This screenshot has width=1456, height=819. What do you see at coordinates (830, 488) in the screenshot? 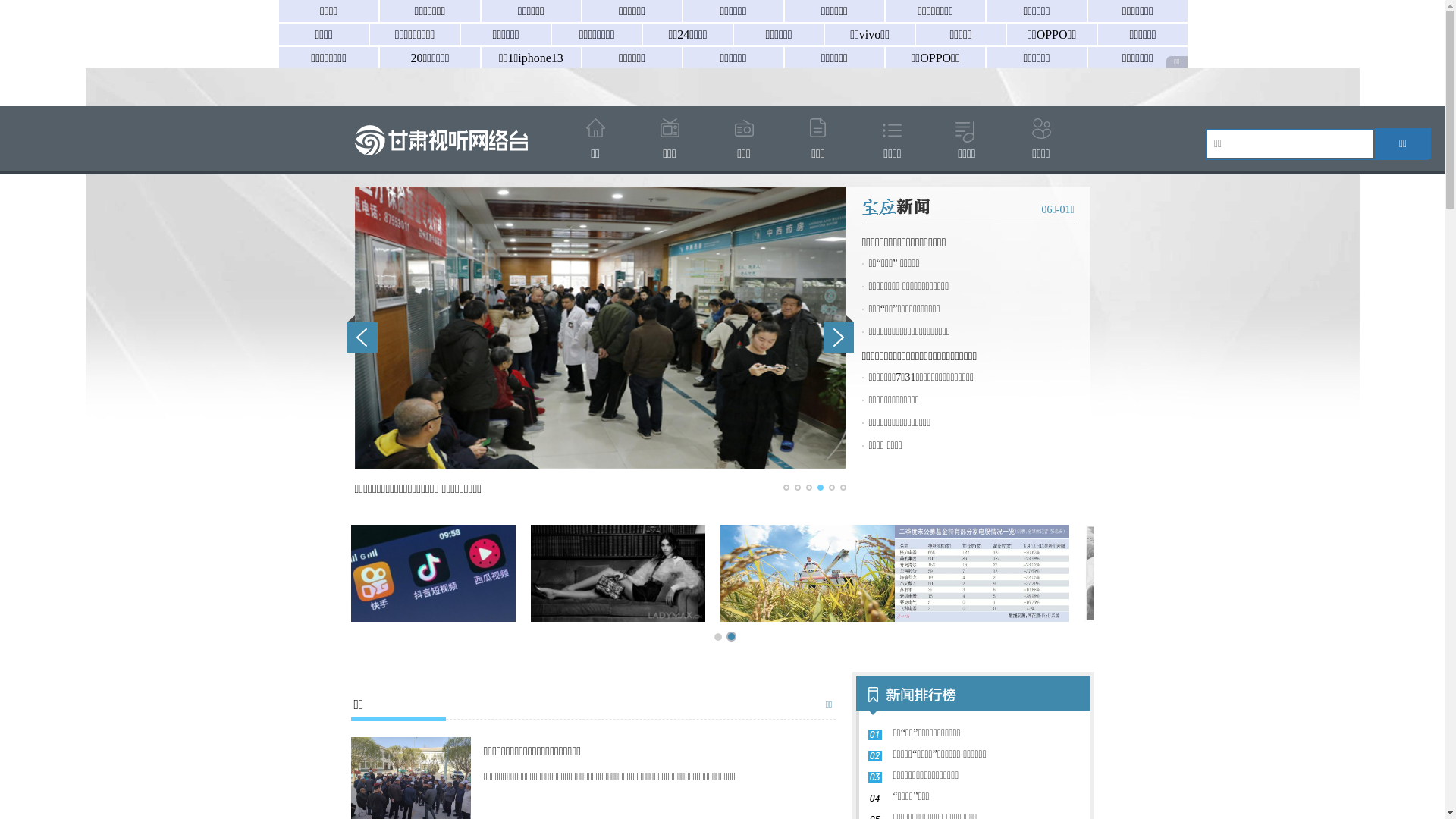
I see `'5'` at bounding box center [830, 488].